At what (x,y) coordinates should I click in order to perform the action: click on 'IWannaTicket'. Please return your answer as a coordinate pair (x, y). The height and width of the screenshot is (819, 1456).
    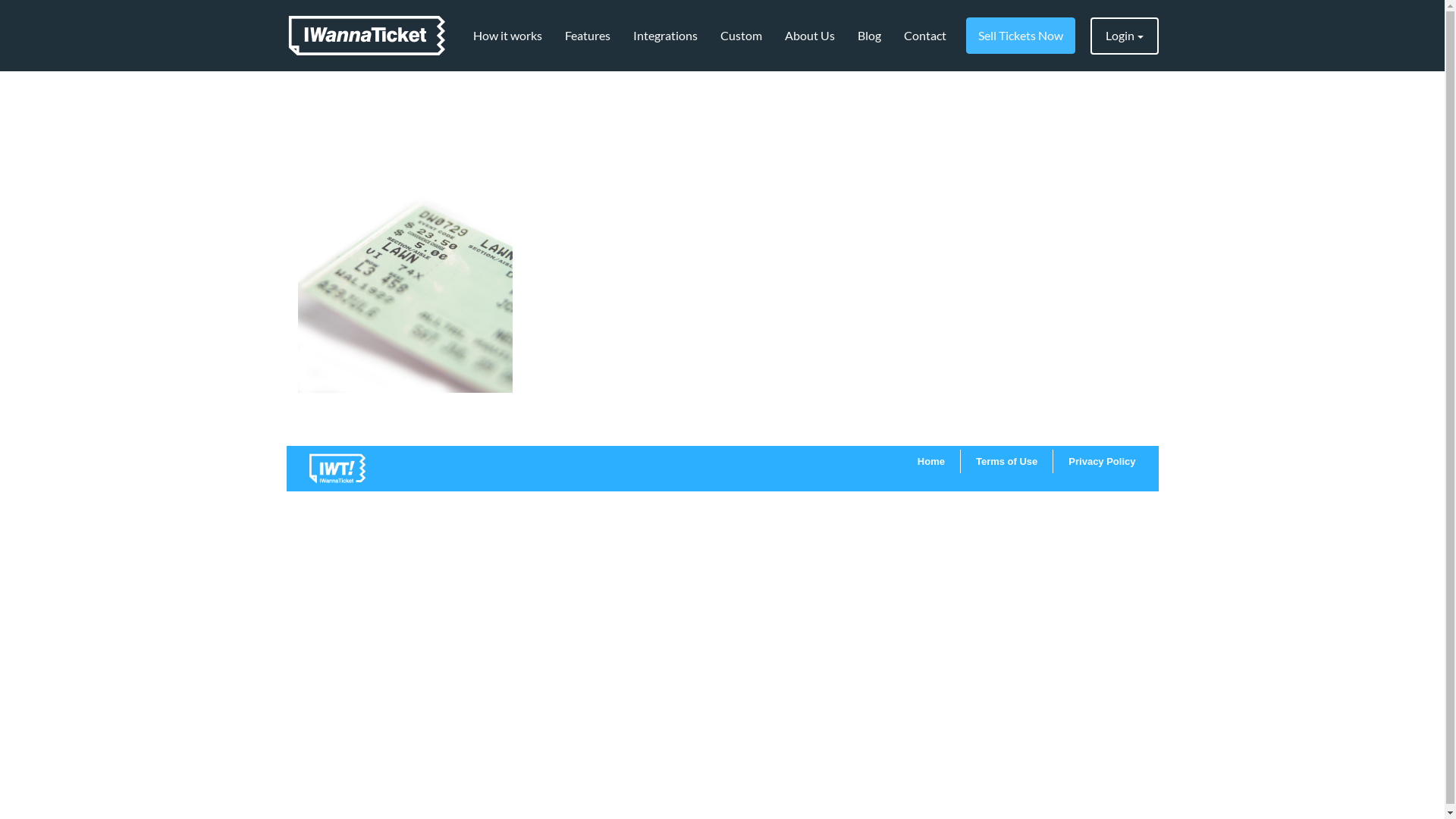
    Looking at the image, I should click on (287, 34).